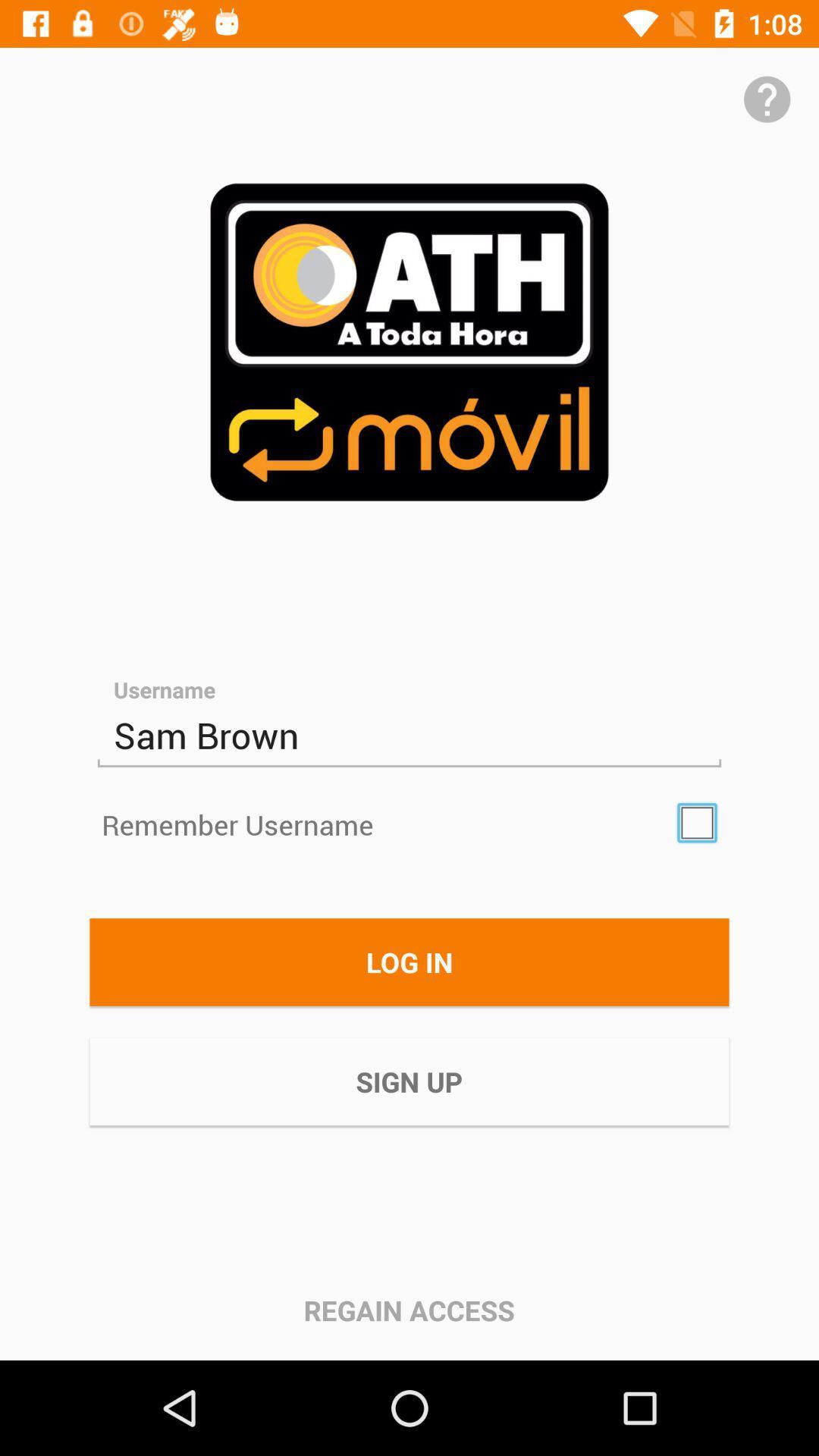 This screenshot has height=1456, width=819. I want to click on item above the sign up item, so click(409, 961).